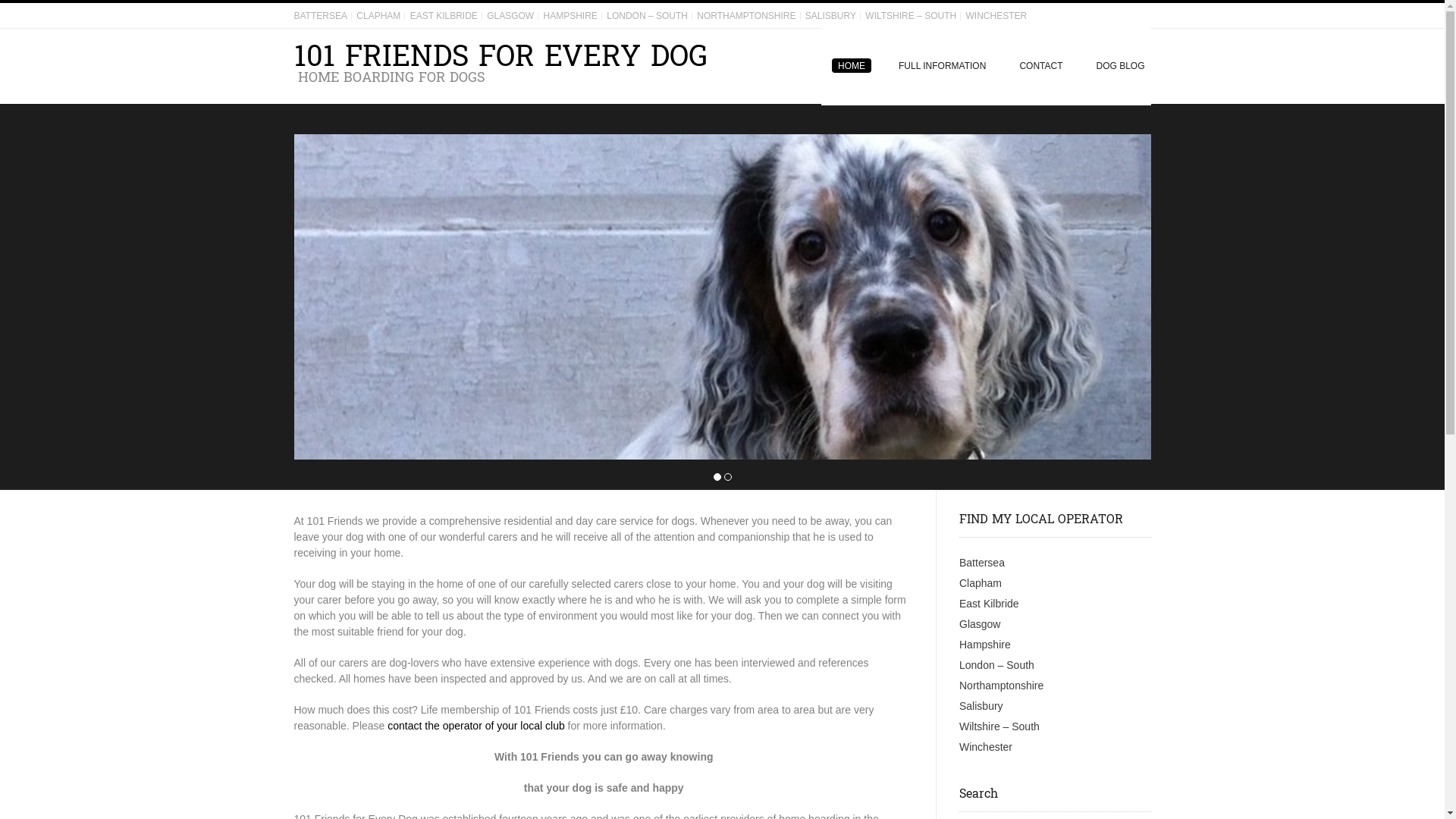  Describe the element at coordinates (543, 15) in the screenshot. I see `'HAMPSHIRE'` at that location.